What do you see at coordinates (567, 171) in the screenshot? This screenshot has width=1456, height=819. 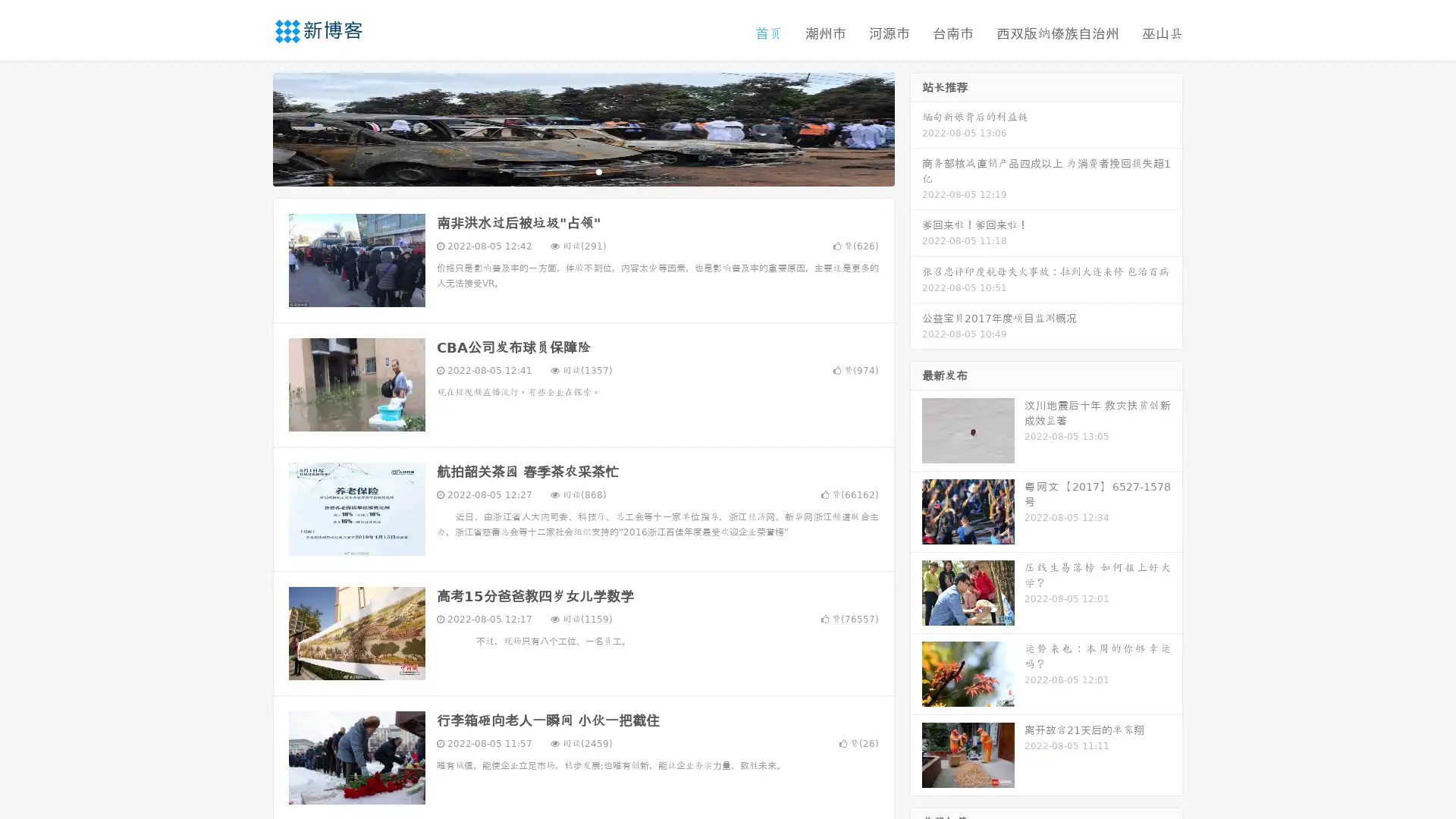 I see `Go to slide 1` at bounding box center [567, 171].